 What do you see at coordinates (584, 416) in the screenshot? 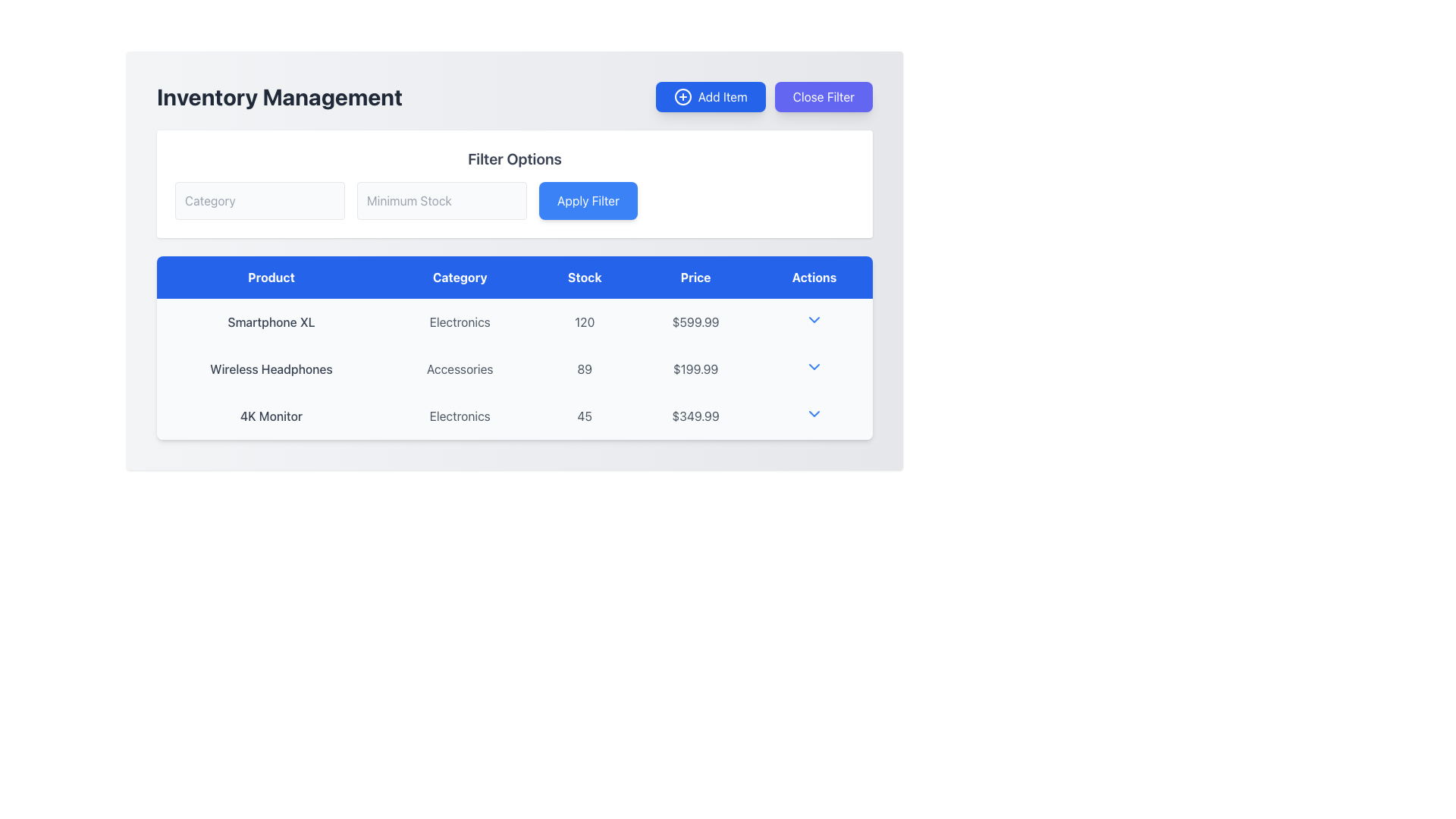
I see `stock quantity text component located in the third row of the table under the 'Stock' column, which indicates that there are 45 items available for the '4K Monitor'` at bounding box center [584, 416].